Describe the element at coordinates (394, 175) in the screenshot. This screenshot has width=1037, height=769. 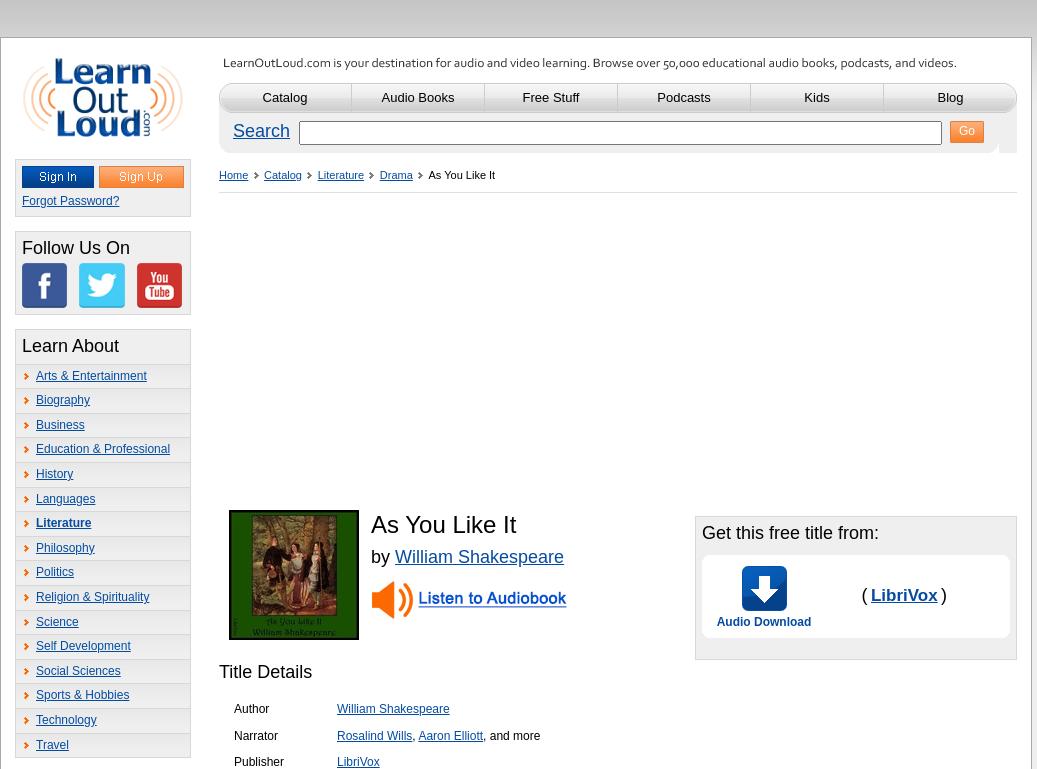
I see `'Drama'` at that location.